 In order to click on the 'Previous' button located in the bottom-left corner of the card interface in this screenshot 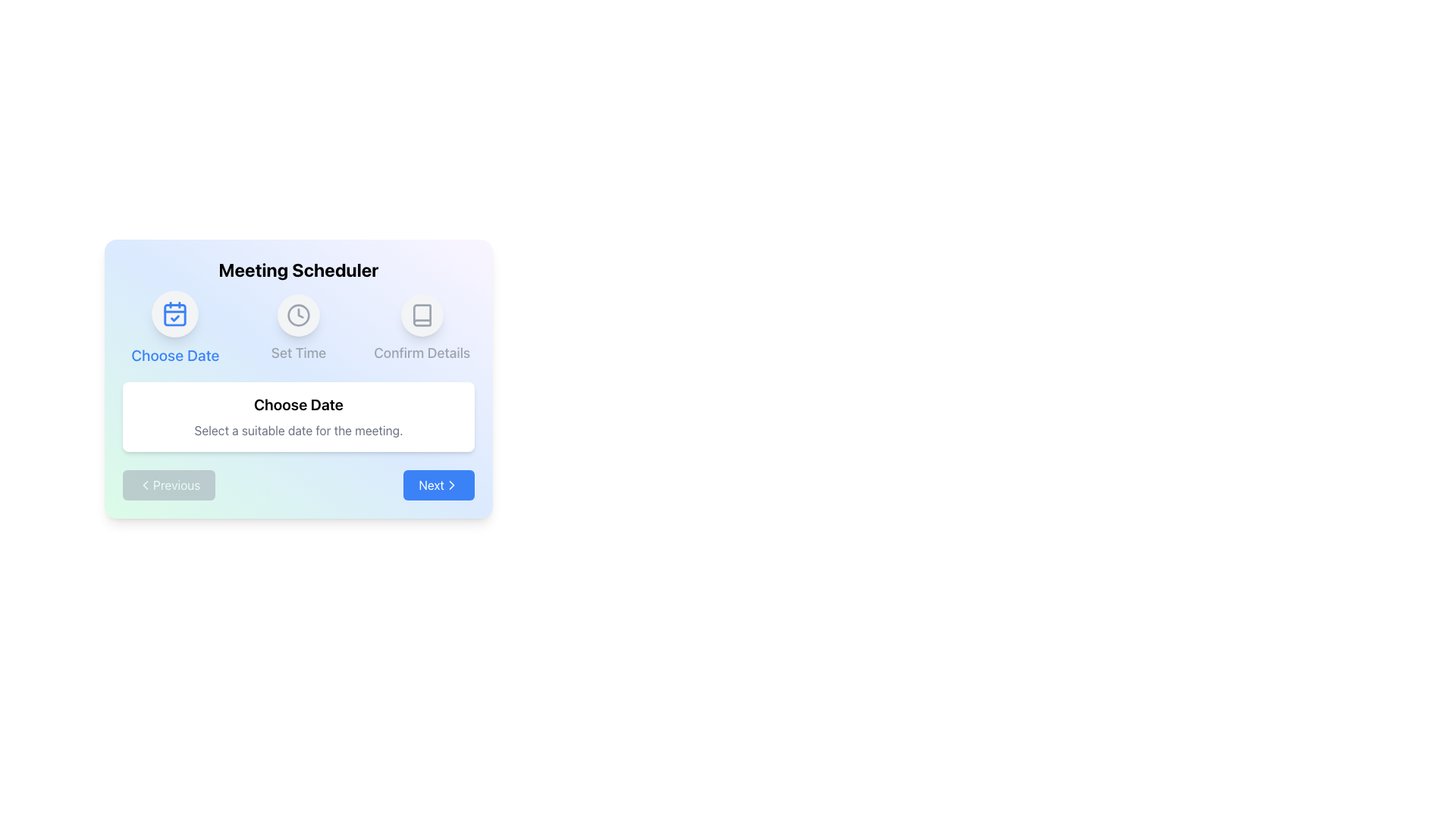, I will do `click(169, 485)`.